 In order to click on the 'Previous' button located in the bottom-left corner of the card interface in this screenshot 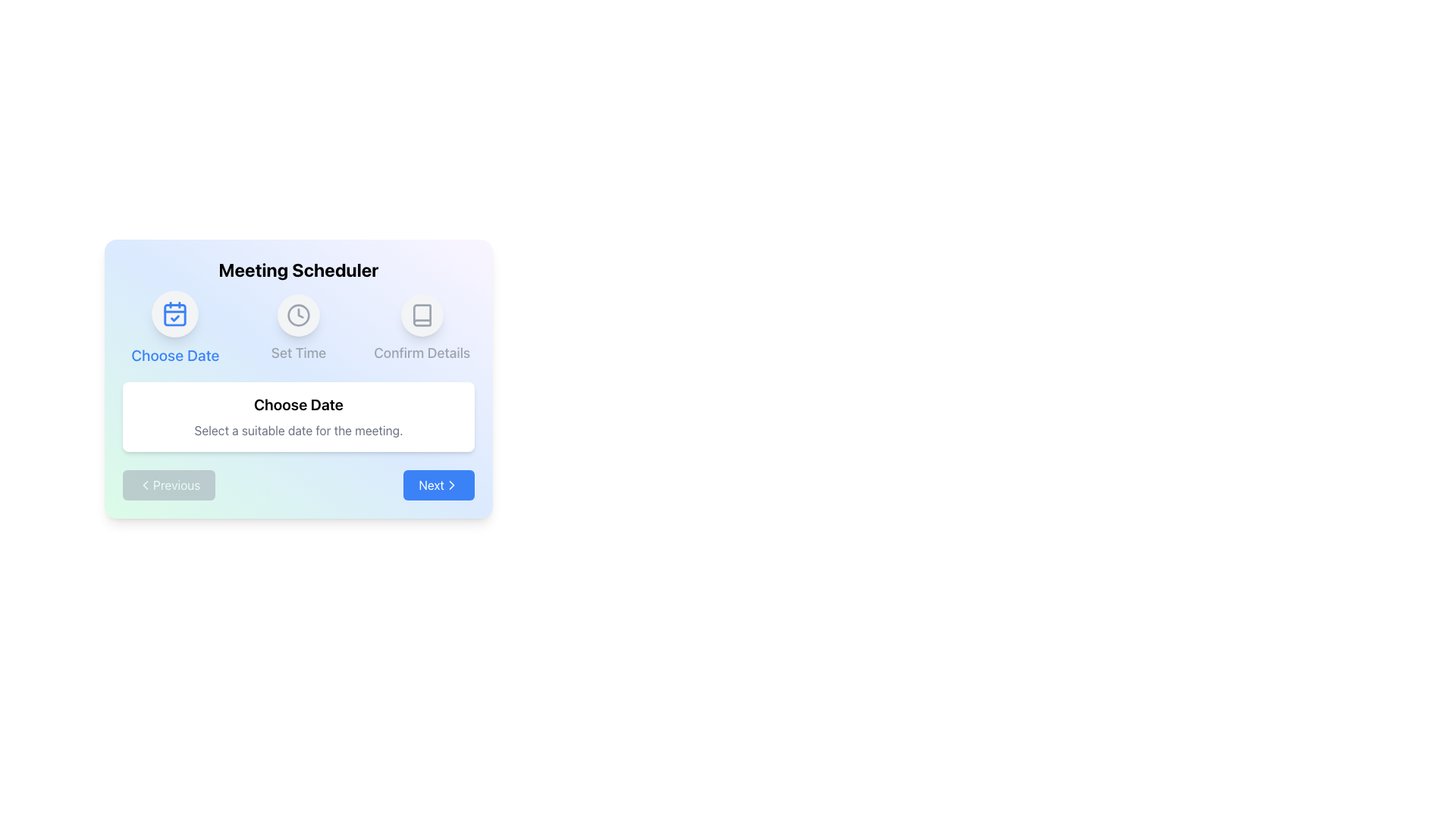, I will do `click(169, 485)`.